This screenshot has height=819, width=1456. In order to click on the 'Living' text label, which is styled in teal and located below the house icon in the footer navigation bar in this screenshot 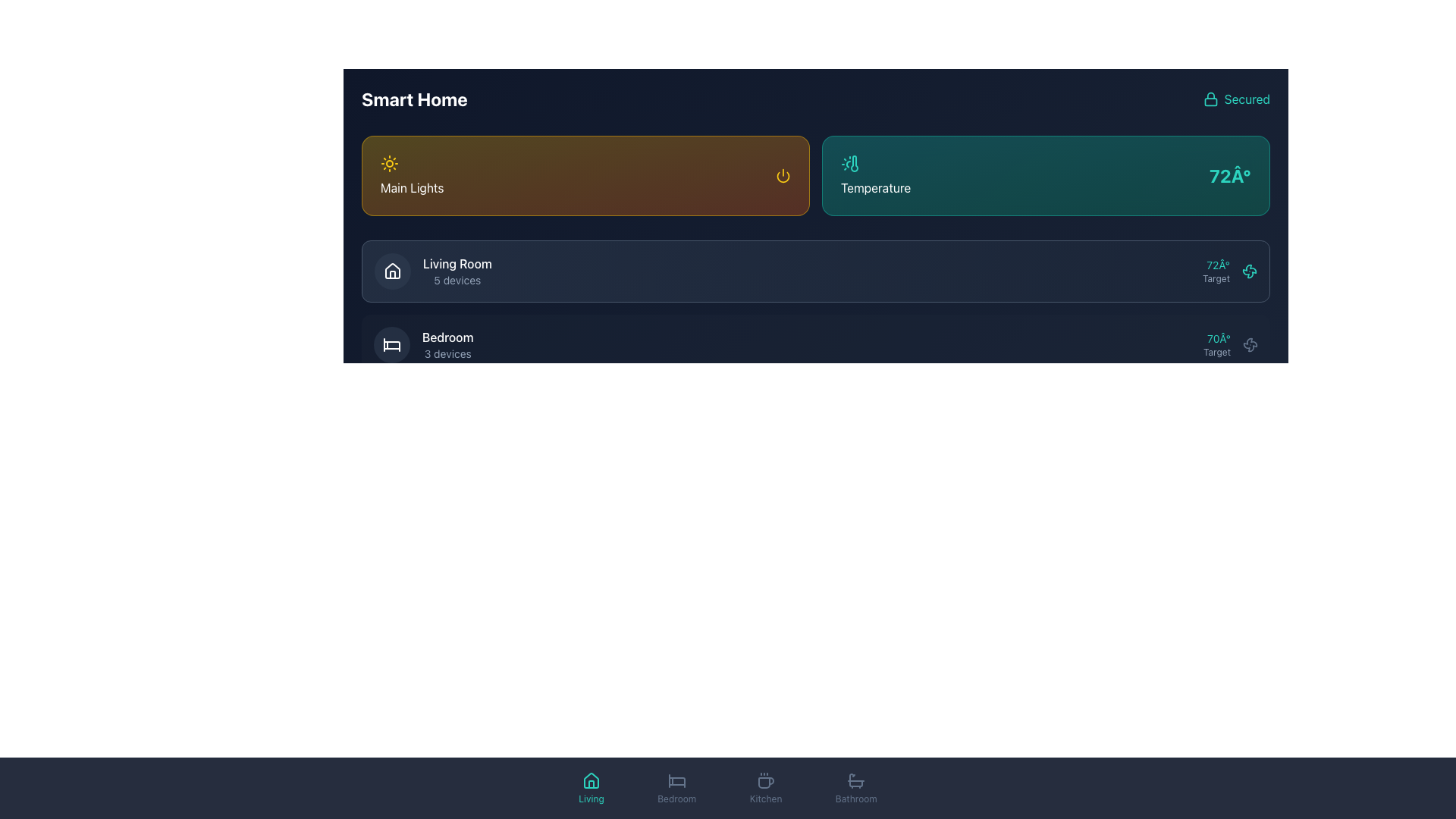, I will do `click(590, 798)`.